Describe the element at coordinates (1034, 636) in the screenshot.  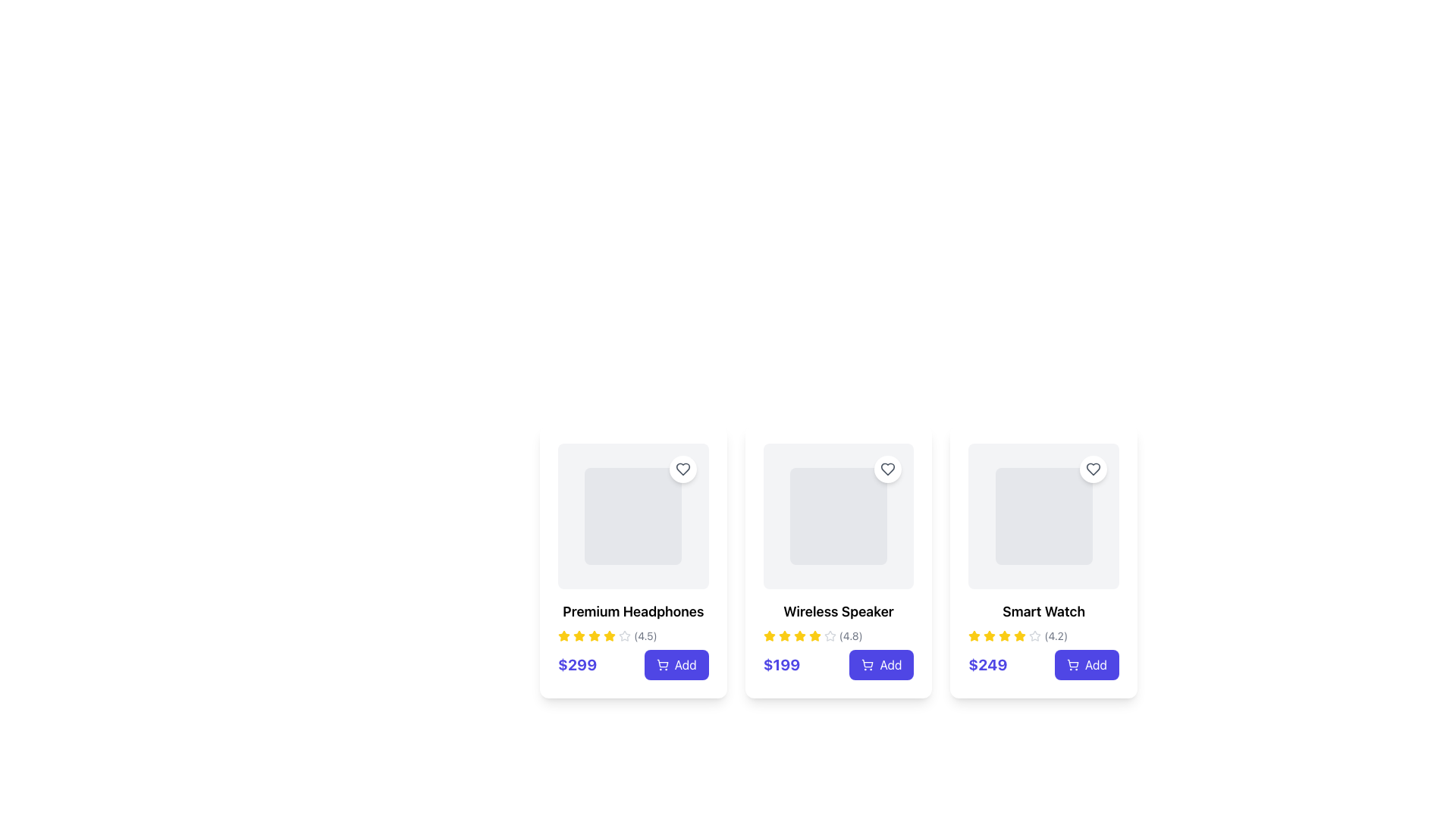
I see `the fifth gray star icon in the rating display below the text 'Smart Watch' and above the numerical rating '(4.2)' and price '$249'` at that location.